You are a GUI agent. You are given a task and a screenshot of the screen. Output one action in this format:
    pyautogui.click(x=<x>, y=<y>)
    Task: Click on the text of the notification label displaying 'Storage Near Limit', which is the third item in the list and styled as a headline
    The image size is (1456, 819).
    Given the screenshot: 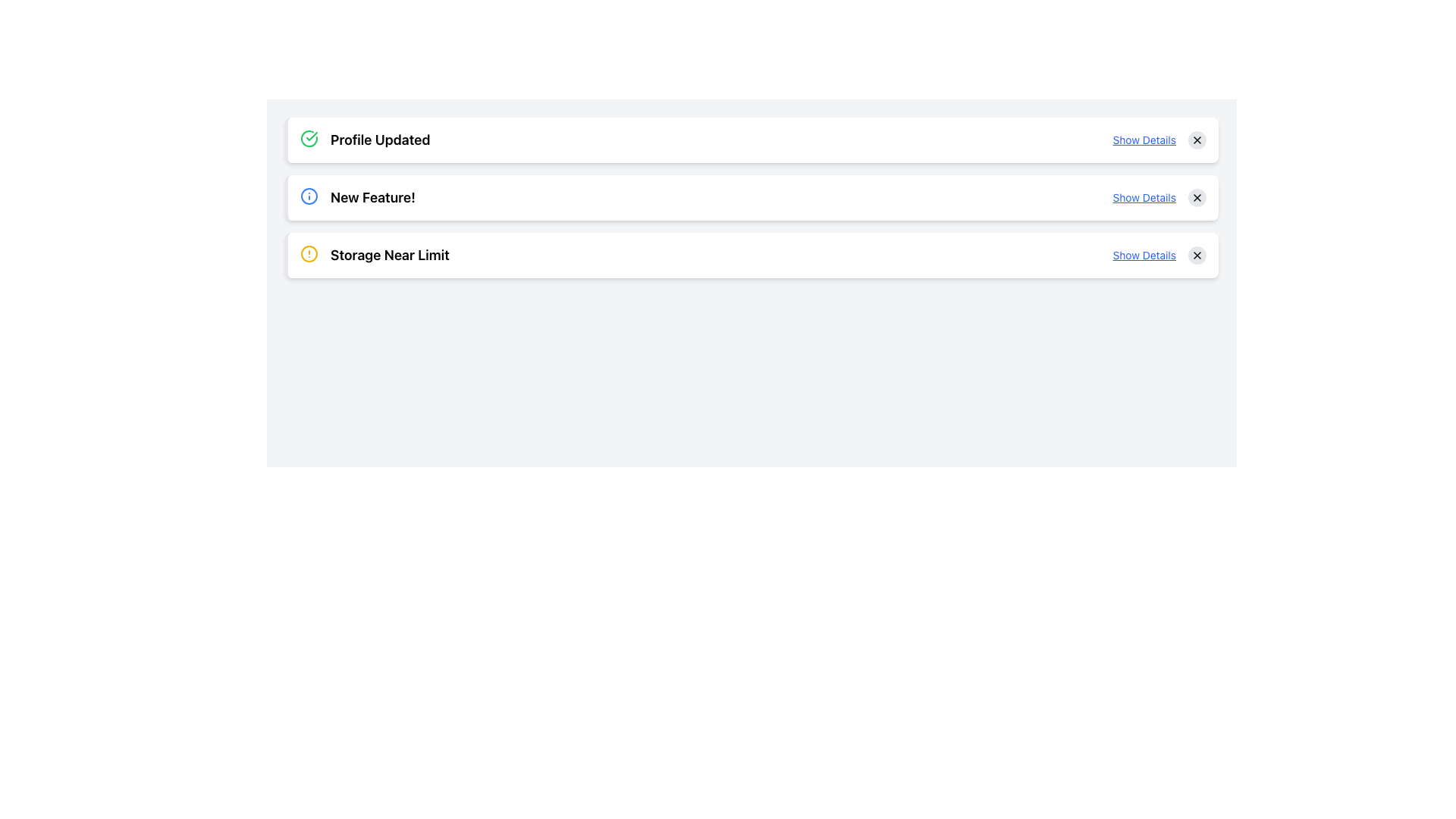 What is the action you would take?
    pyautogui.click(x=390, y=254)
    